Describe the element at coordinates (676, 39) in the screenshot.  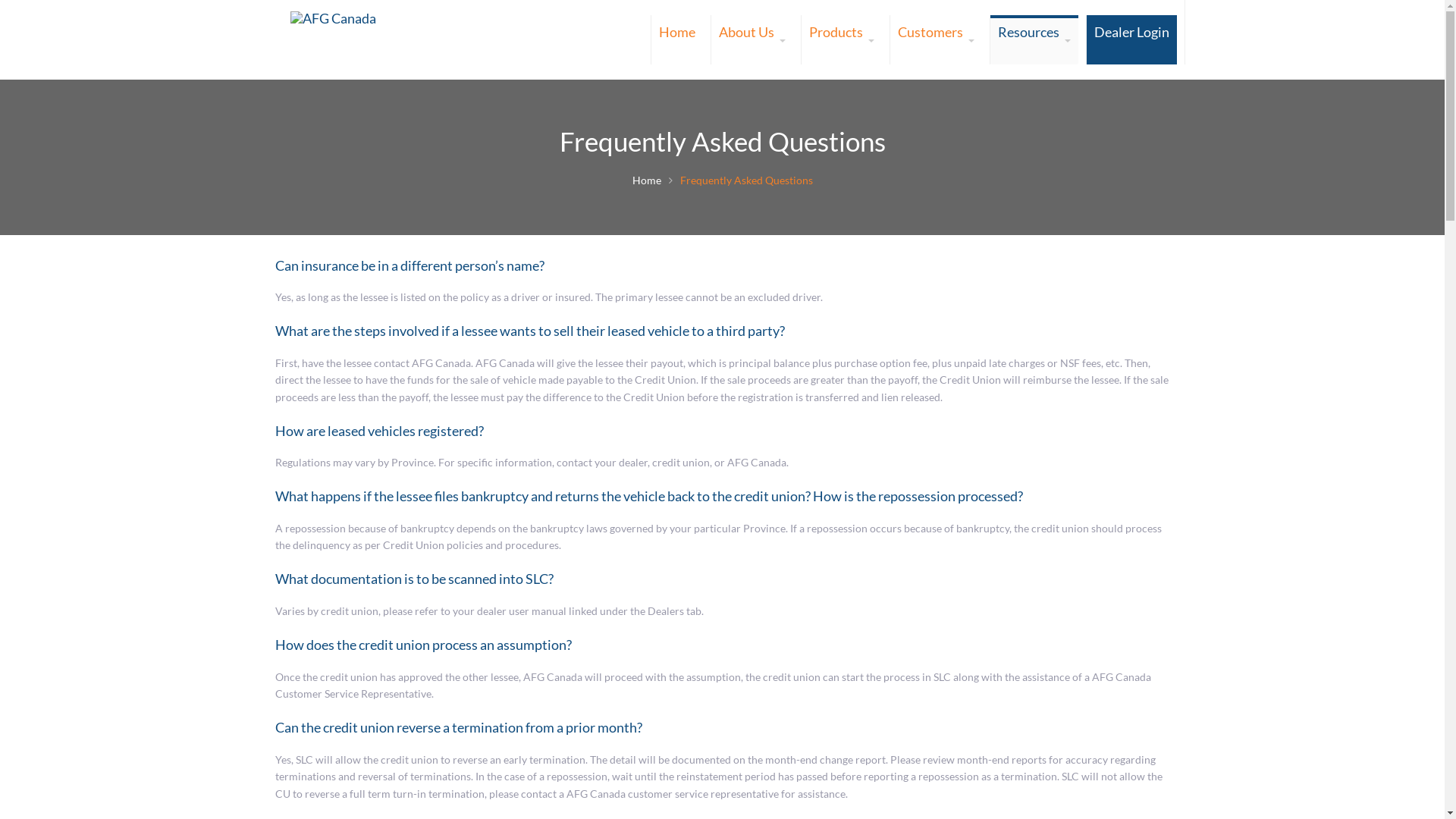
I see `'Home'` at that location.